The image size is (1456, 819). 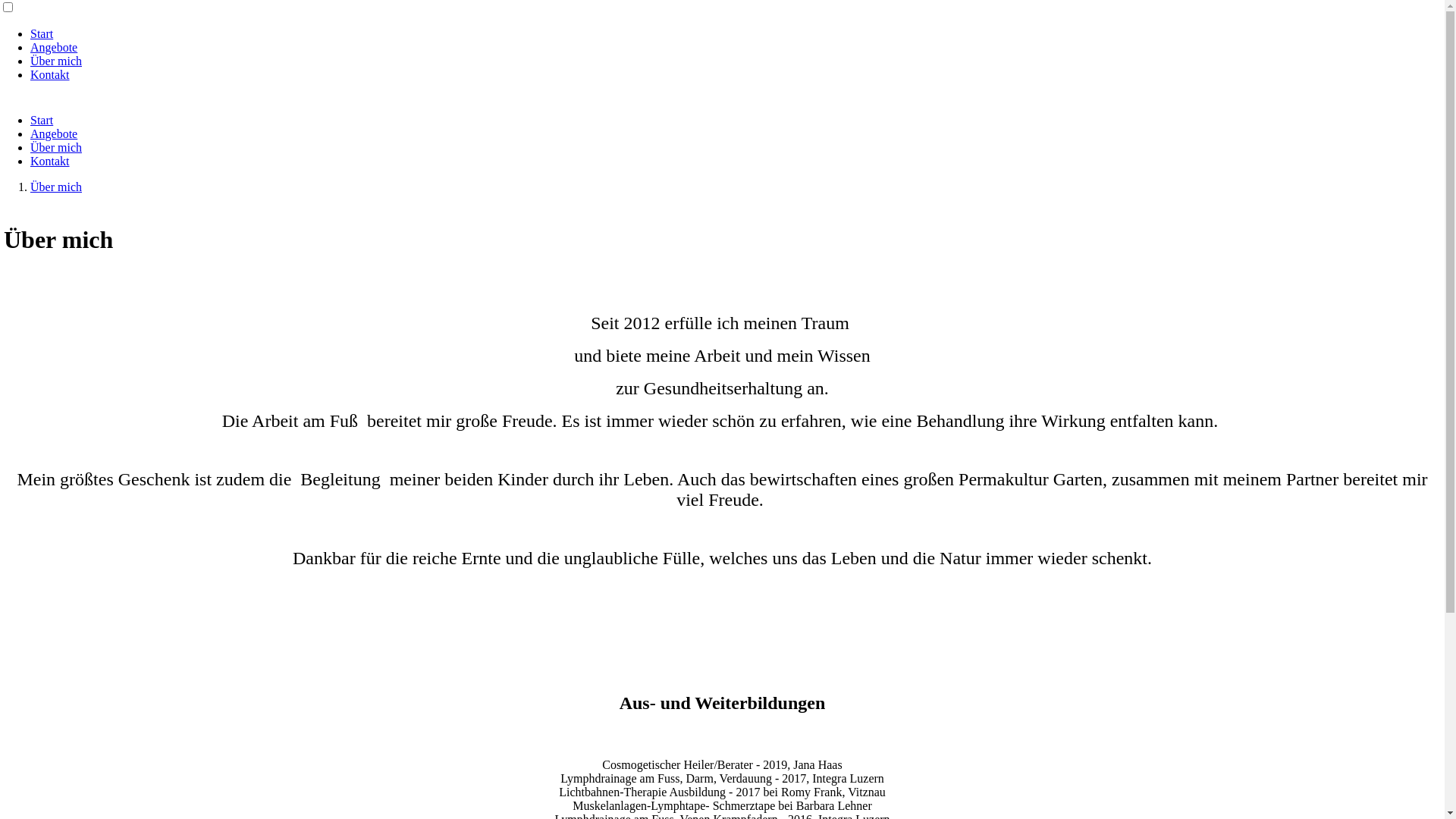 What do you see at coordinates (41, 33) in the screenshot?
I see `'Start'` at bounding box center [41, 33].